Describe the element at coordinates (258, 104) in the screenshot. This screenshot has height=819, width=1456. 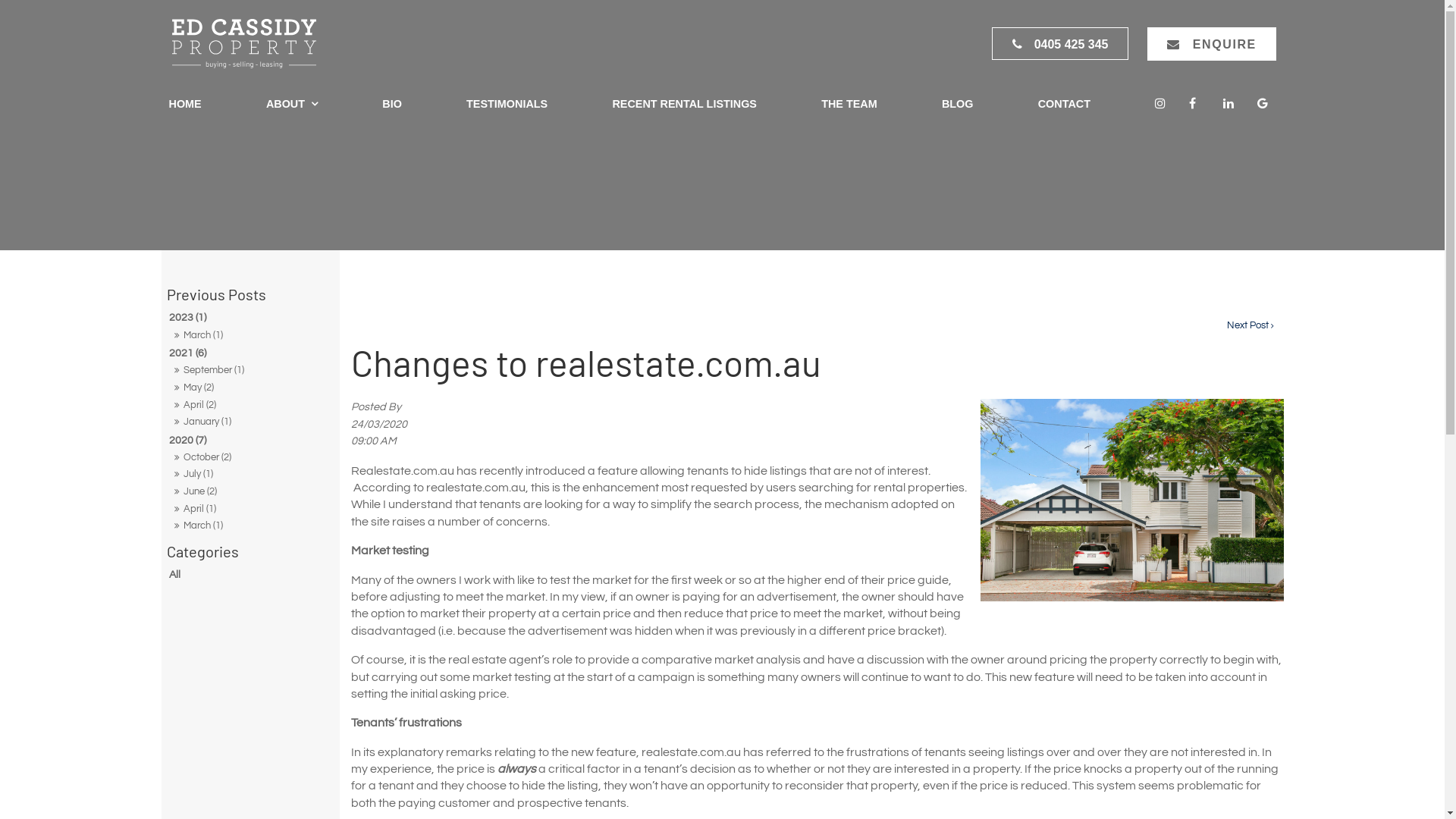
I see `'ABOUT'` at that location.